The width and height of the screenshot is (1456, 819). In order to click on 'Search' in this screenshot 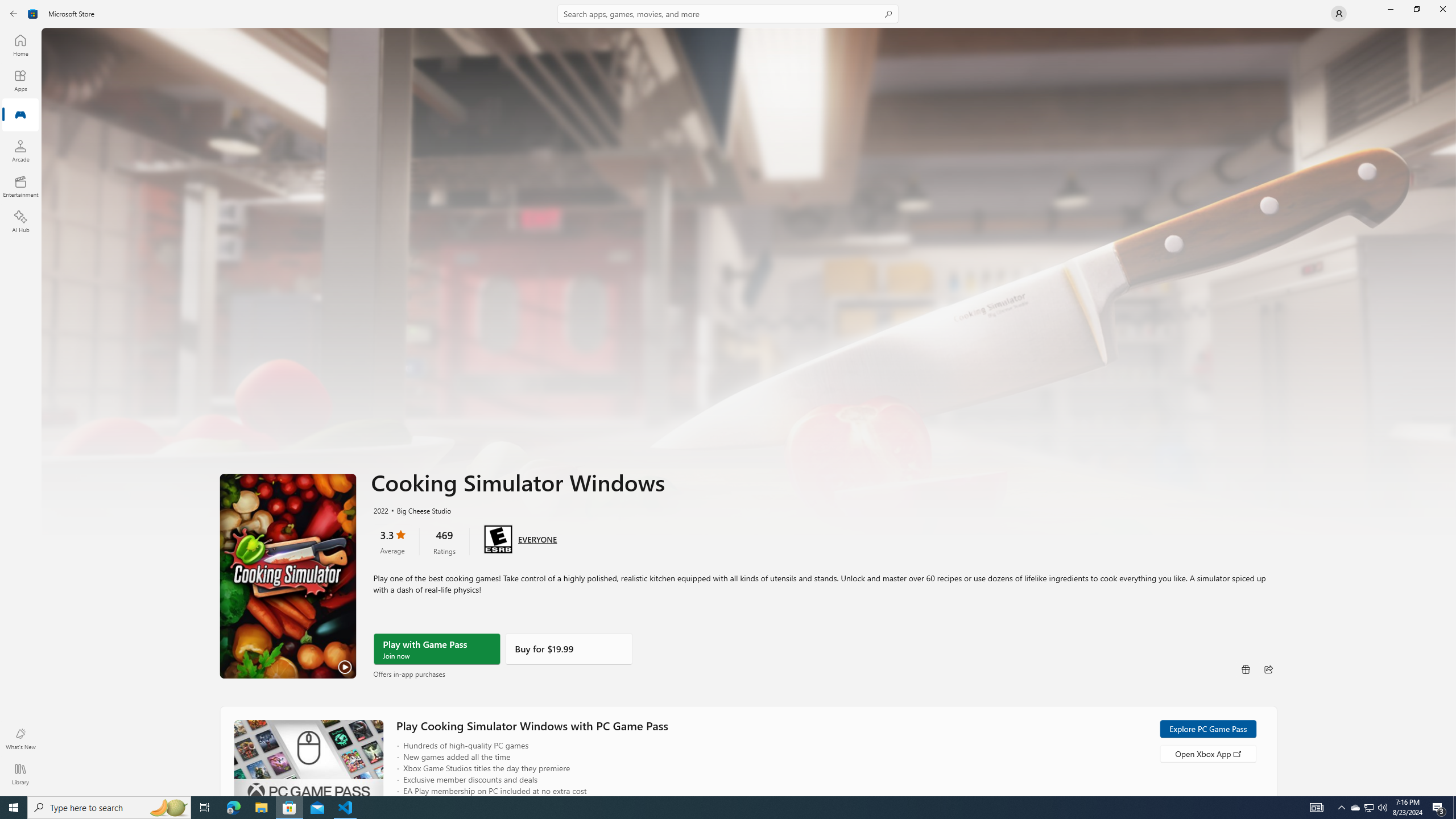, I will do `click(728, 13)`.